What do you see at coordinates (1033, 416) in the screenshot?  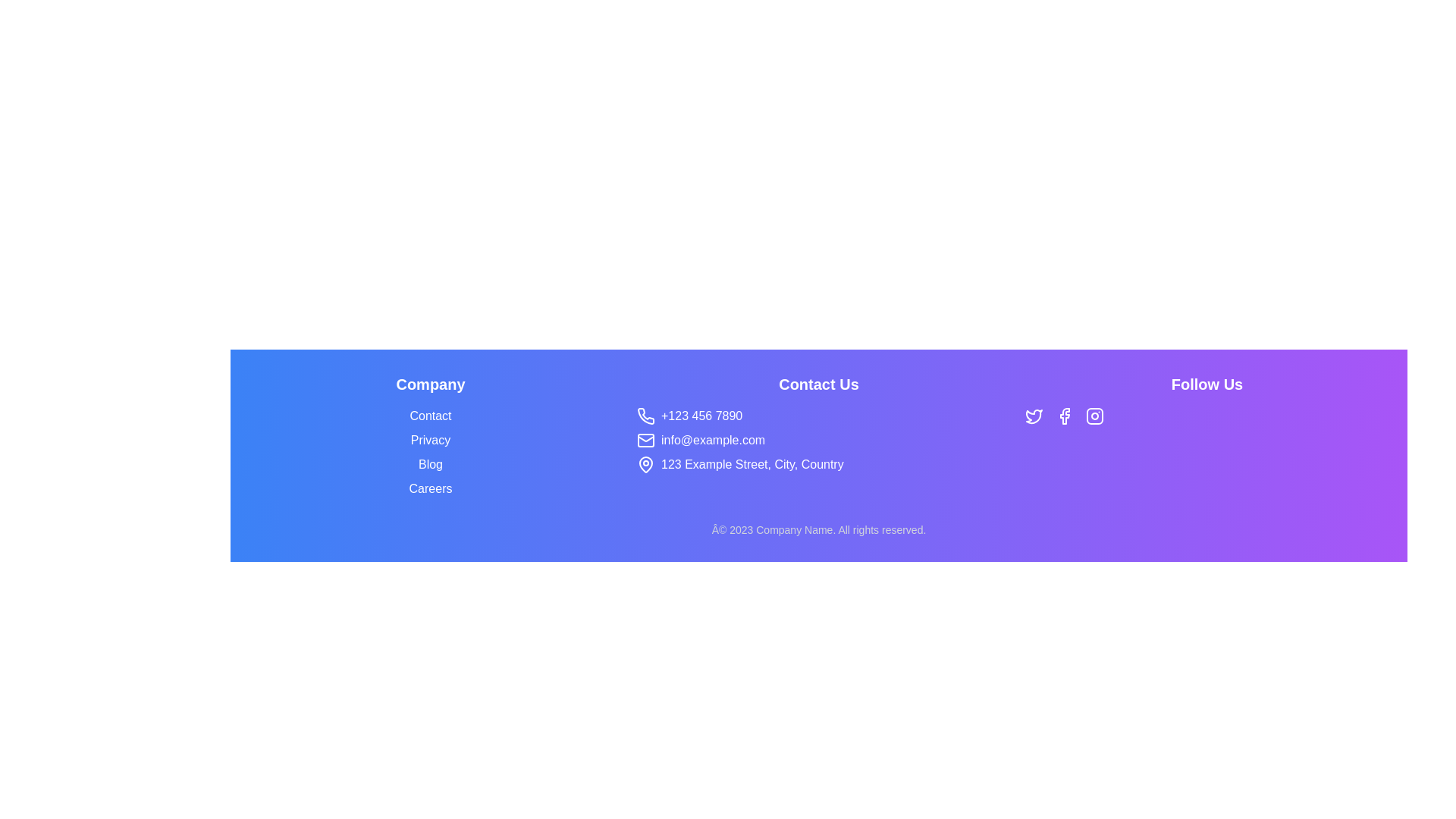 I see `the Twitter hyperlink icon located in the 'Follow Us' area, which is the first icon in a row of social media icons to the right of the 'Contact Us' section` at bounding box center [1033, 416].